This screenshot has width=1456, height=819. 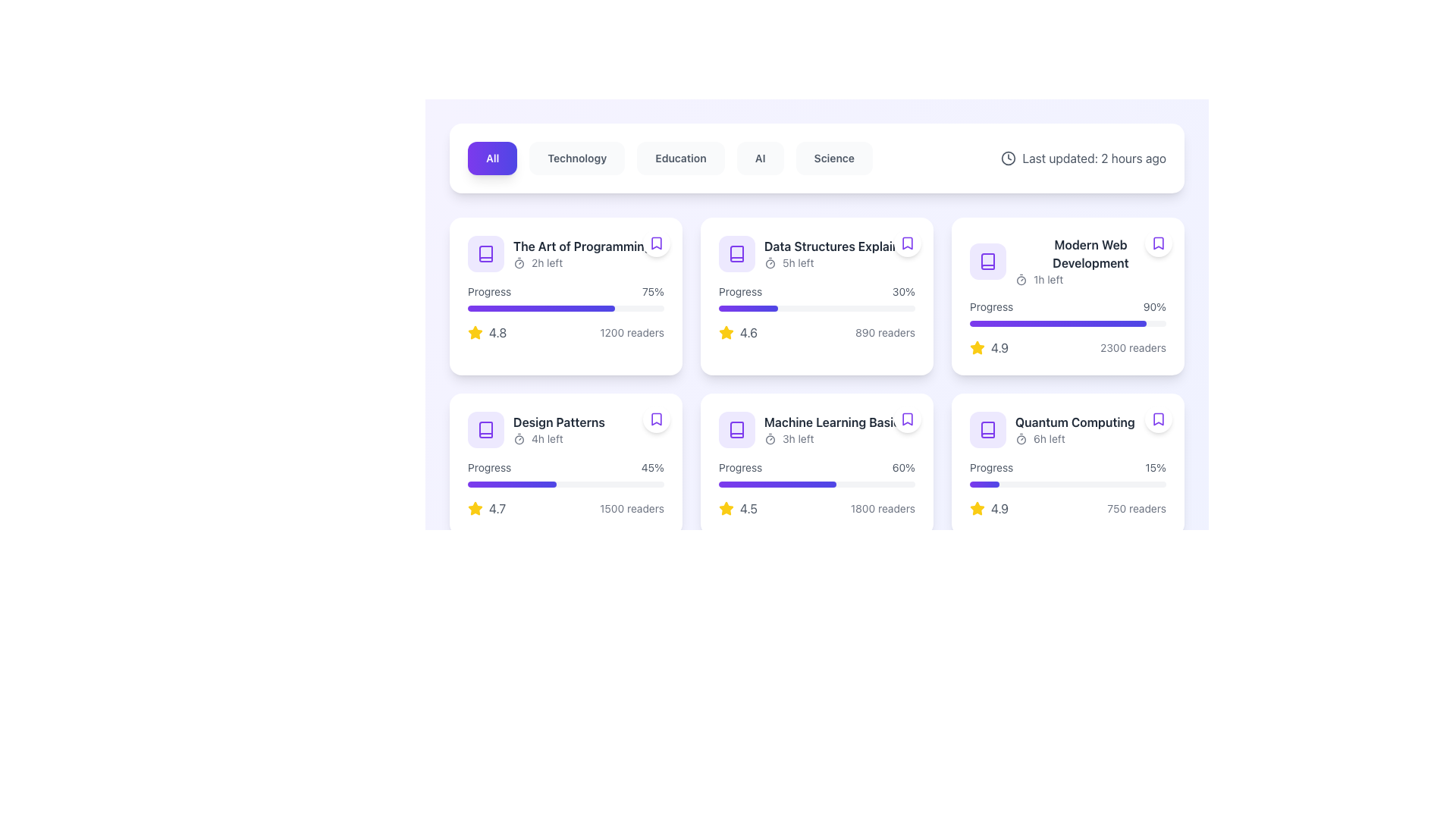 What do you see at coordinates (816, 472) in the screenshot?
I see `displayed progress percentage of the progress bar indicating 60% completion for the 'Machine Learning Basics' course` at bounding box center [816, 472].